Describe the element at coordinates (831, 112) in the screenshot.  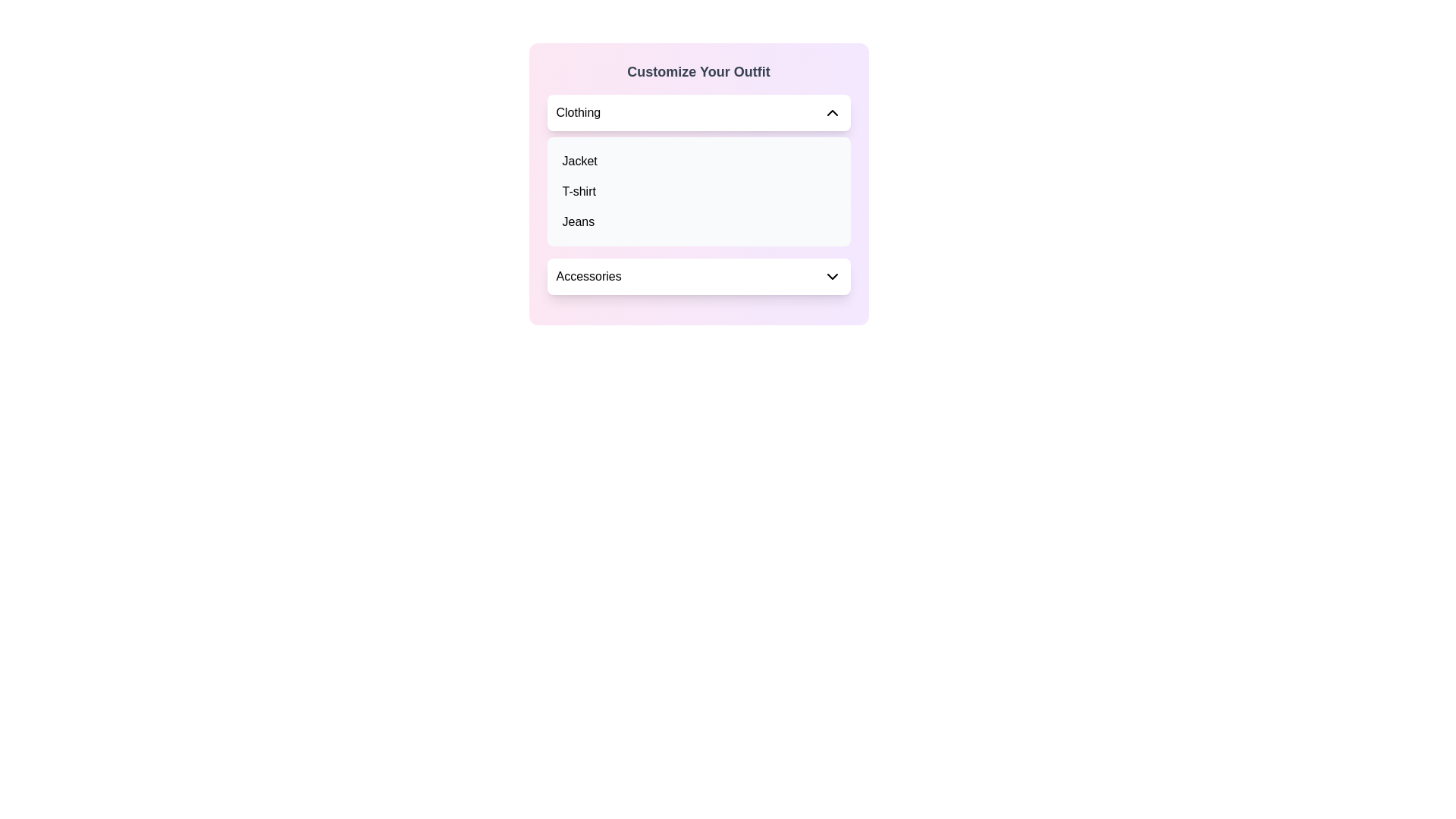
I see `the chevron icon located at the far right of the 'Clothing' dropdown area` at that location.